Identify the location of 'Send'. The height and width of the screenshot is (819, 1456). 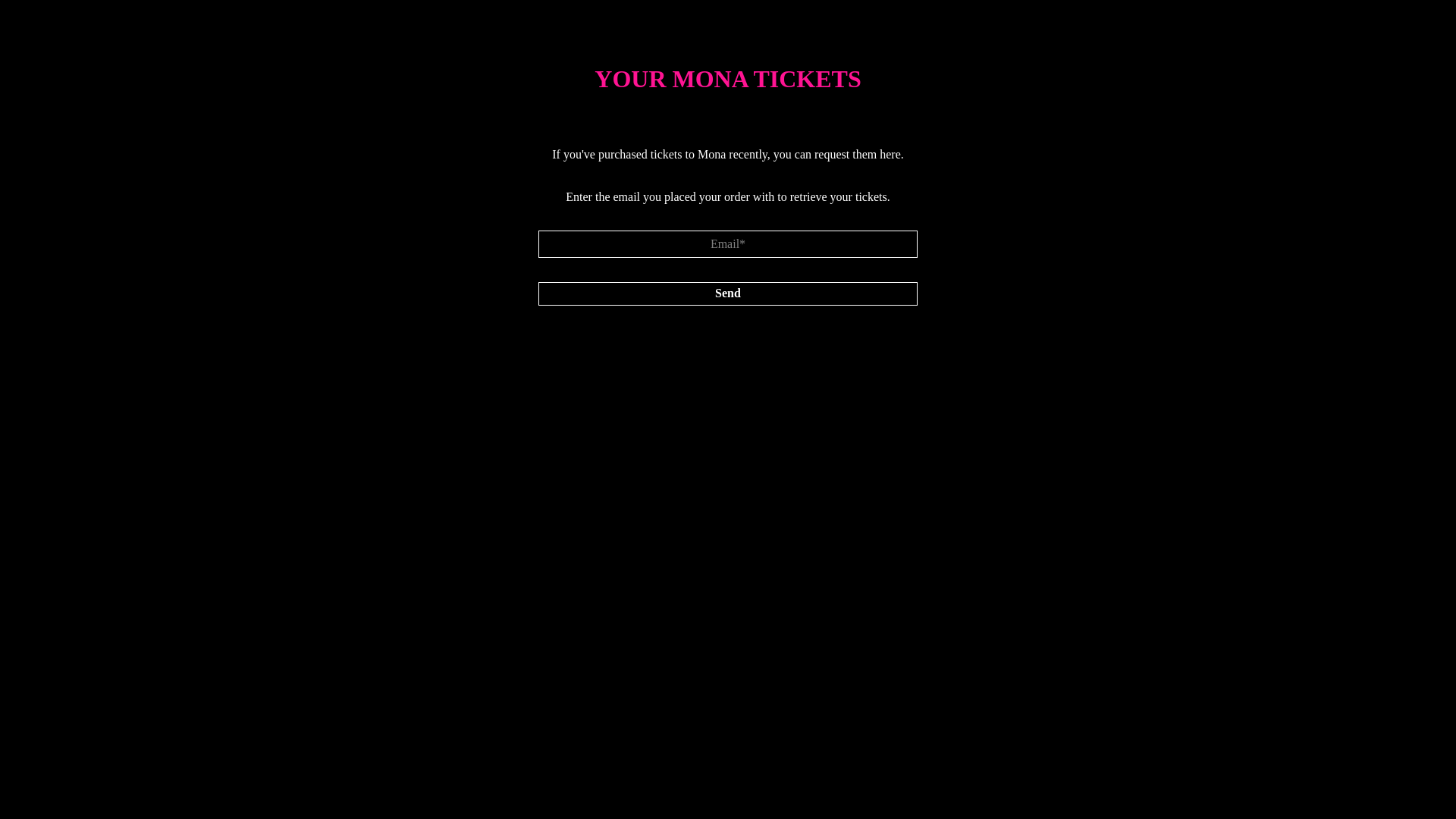
(728, 293).